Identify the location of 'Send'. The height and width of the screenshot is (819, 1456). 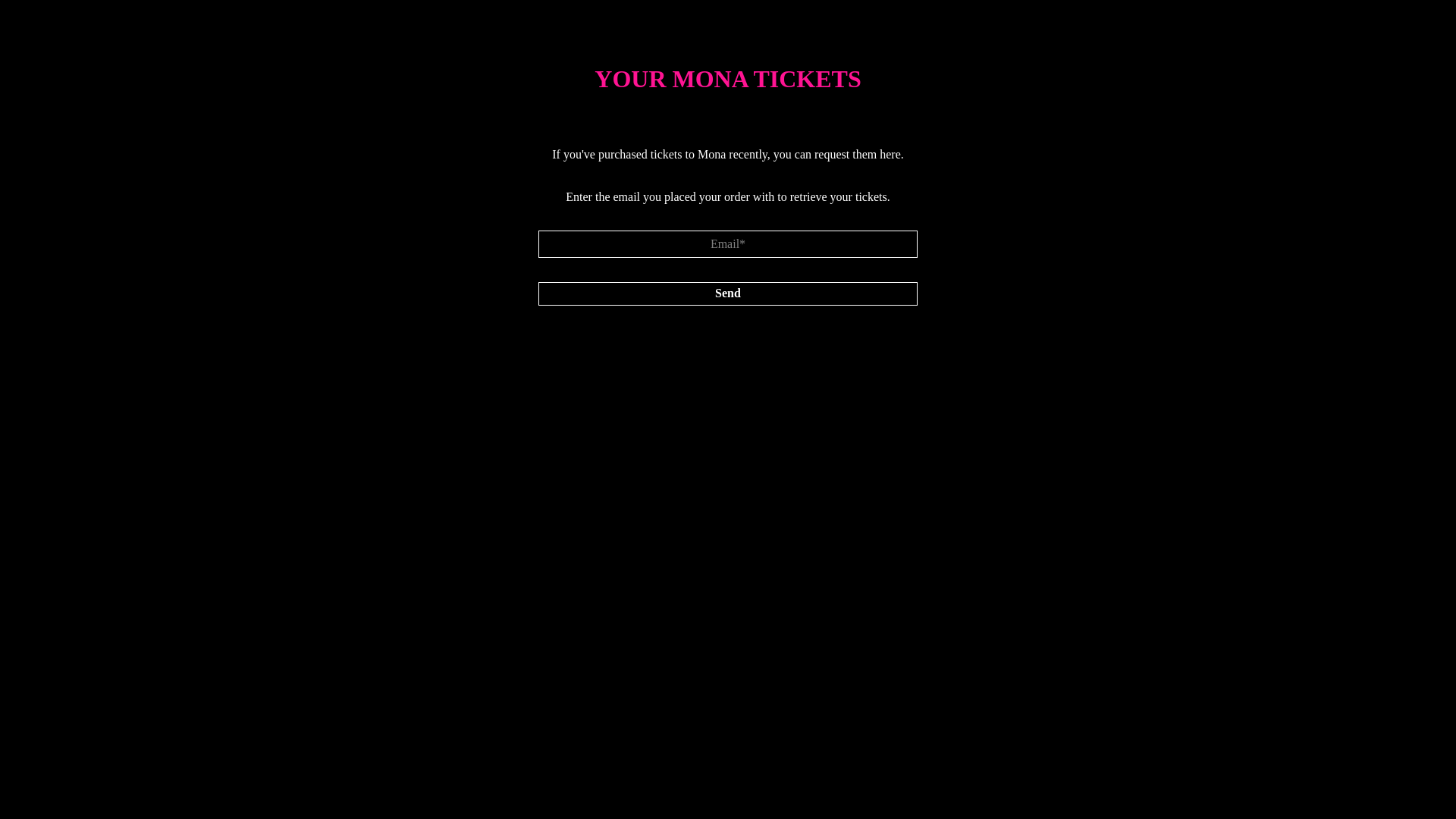
(728, 293).